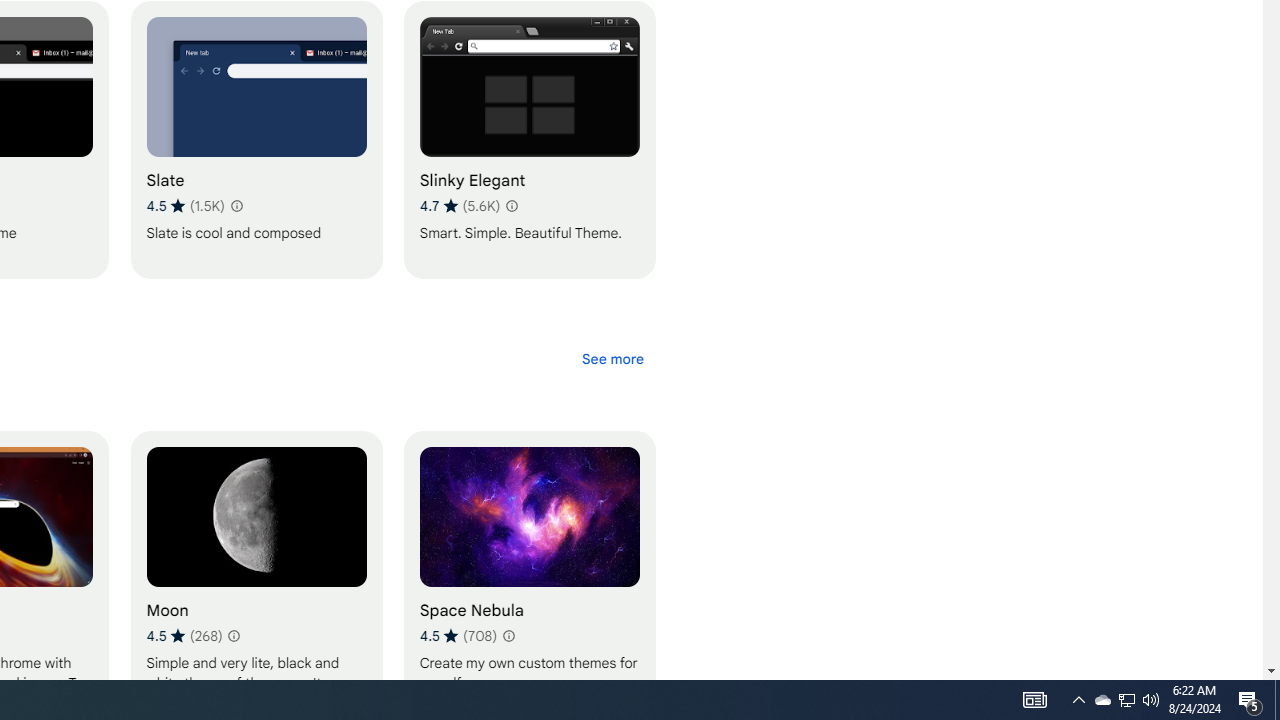 The width and height of the screenshot is (1280, 720). What do you see at coordinates (255, 139) in the screenshot?
I see `'Slate'` at bounding box center [255, 139].